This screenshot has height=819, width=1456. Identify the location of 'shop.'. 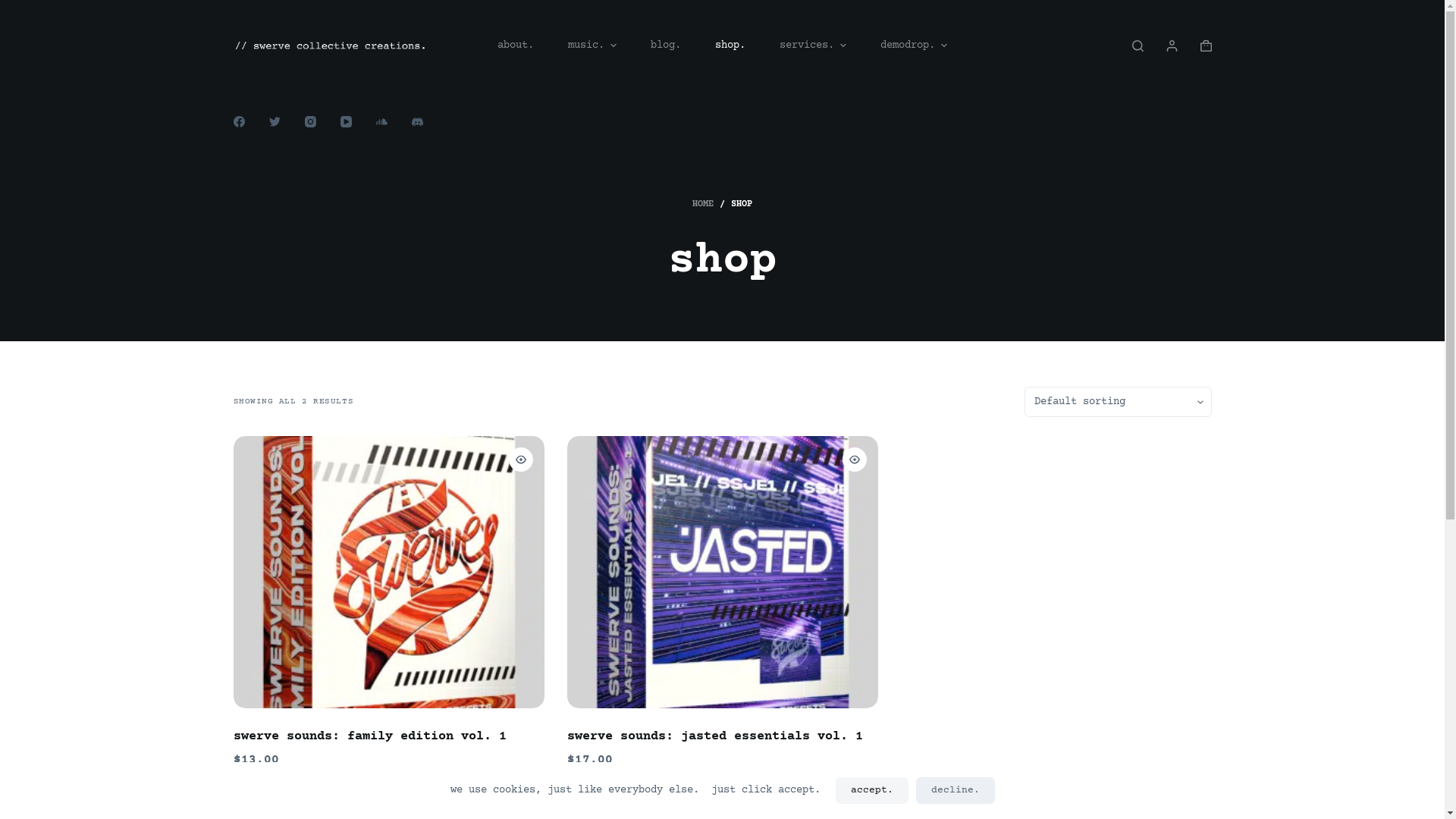
(730, 45).